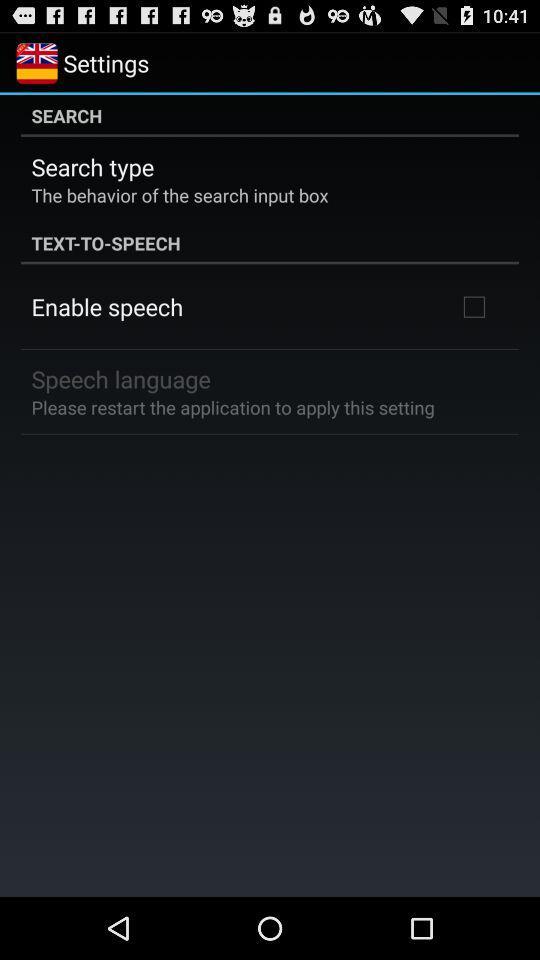 This screenshot has width=540, height=960. I want to click on item below the search type item, so click(179, 194).